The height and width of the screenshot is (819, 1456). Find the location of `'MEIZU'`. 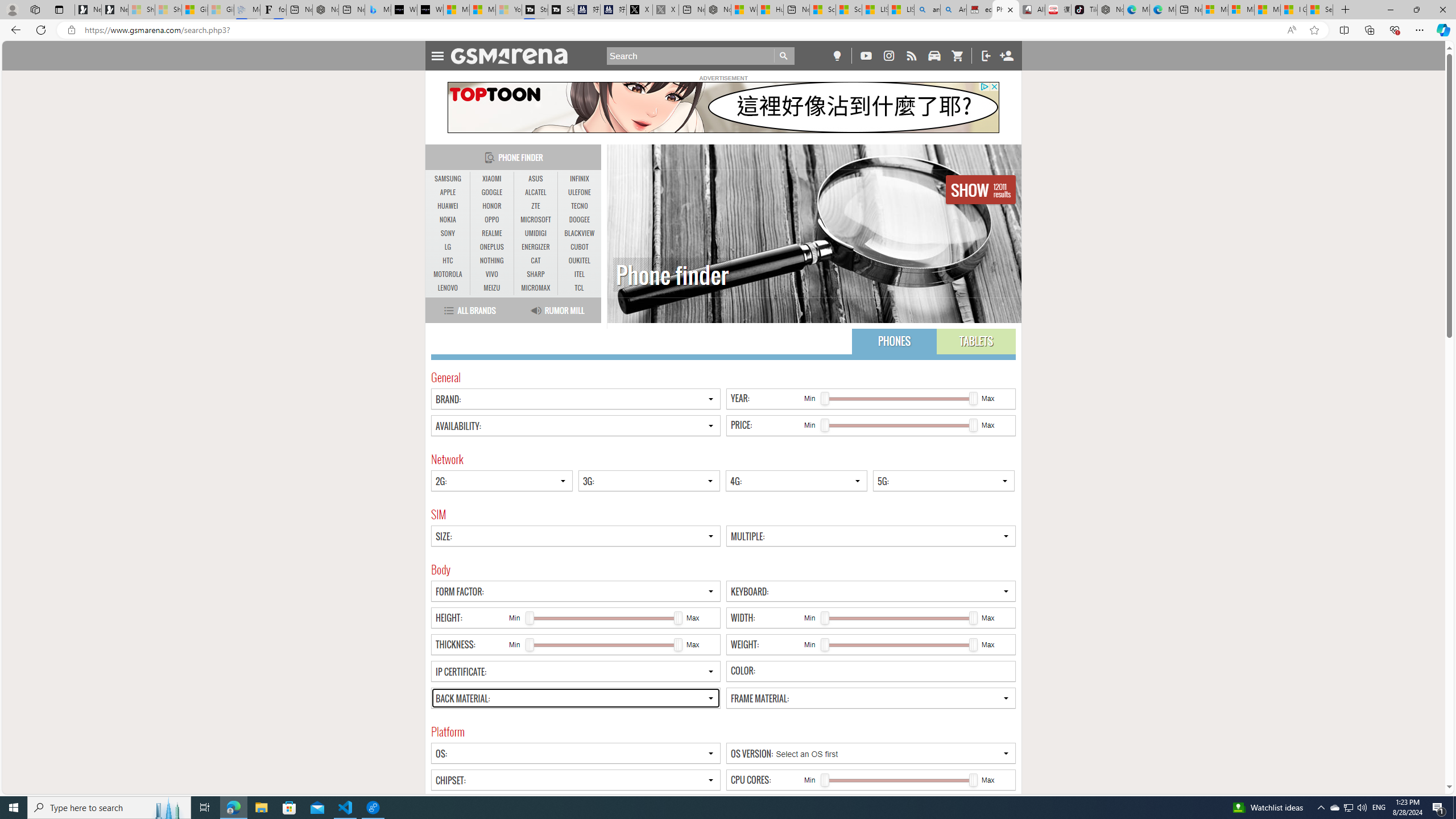

'MEIZU' is located at coordinates (491, 287).